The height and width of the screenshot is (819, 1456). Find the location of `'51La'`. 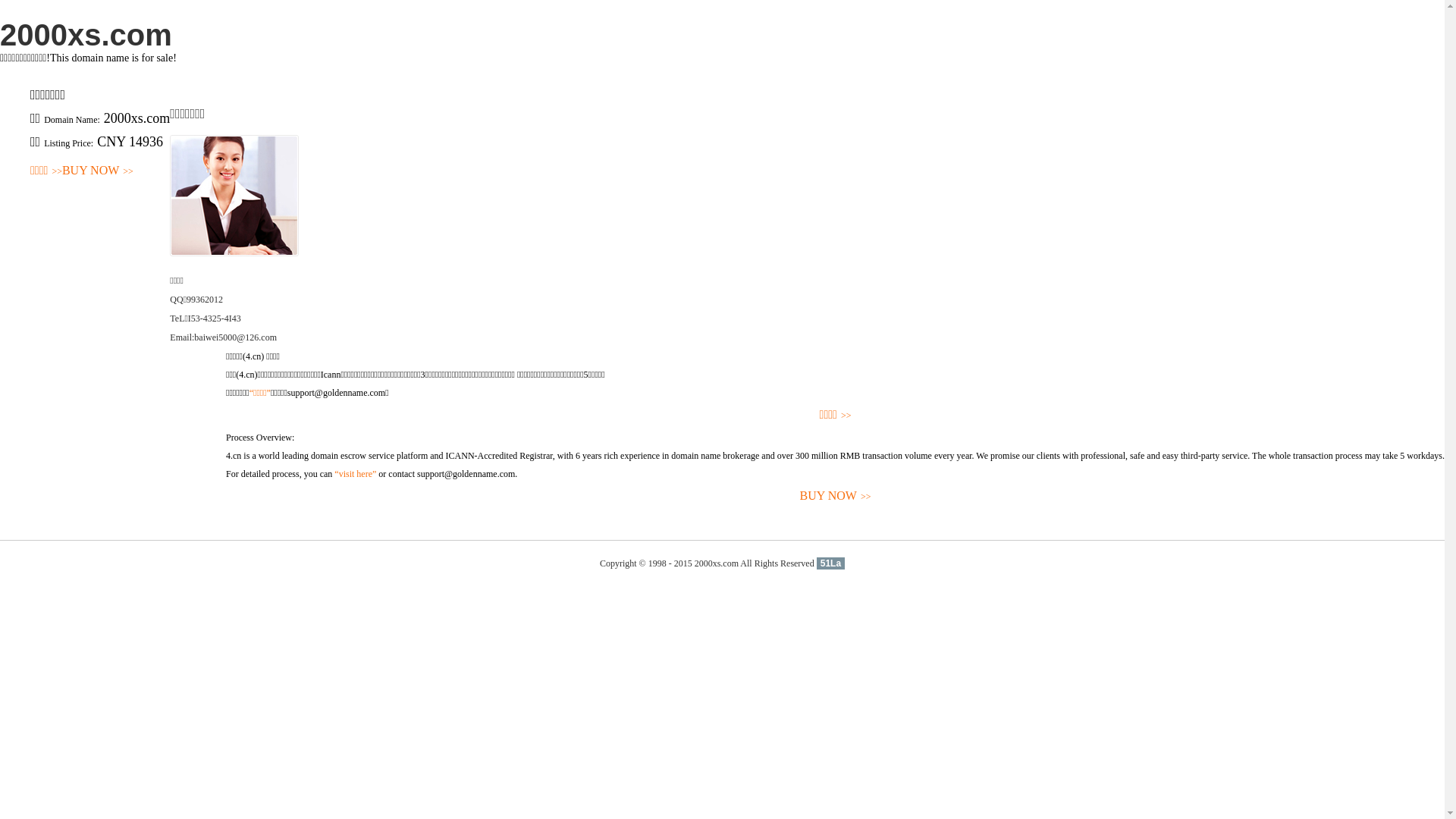

'51La' is located at coordinates (830, 563).